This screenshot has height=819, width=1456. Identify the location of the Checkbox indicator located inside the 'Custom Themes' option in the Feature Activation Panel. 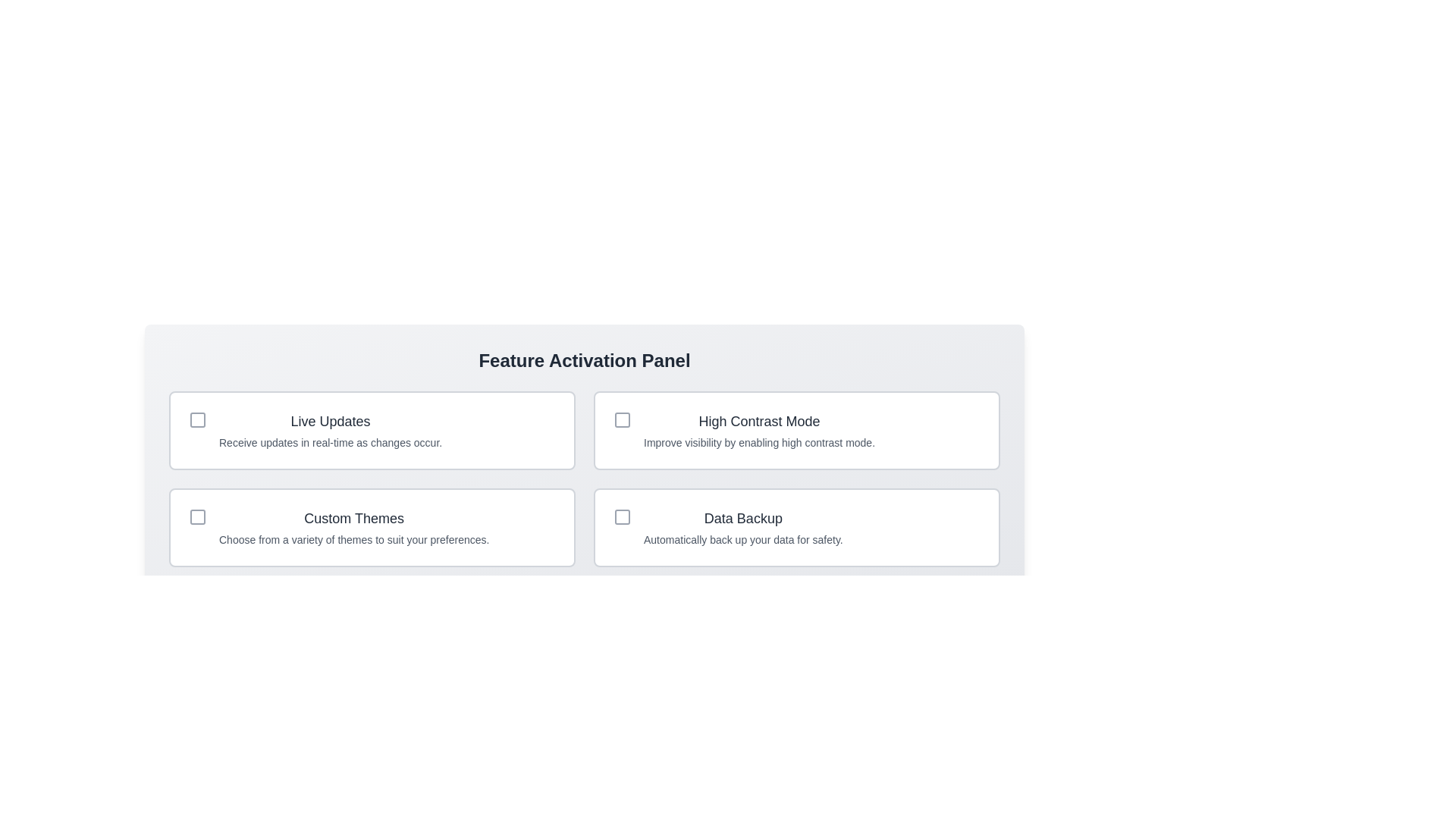
(196, 516).